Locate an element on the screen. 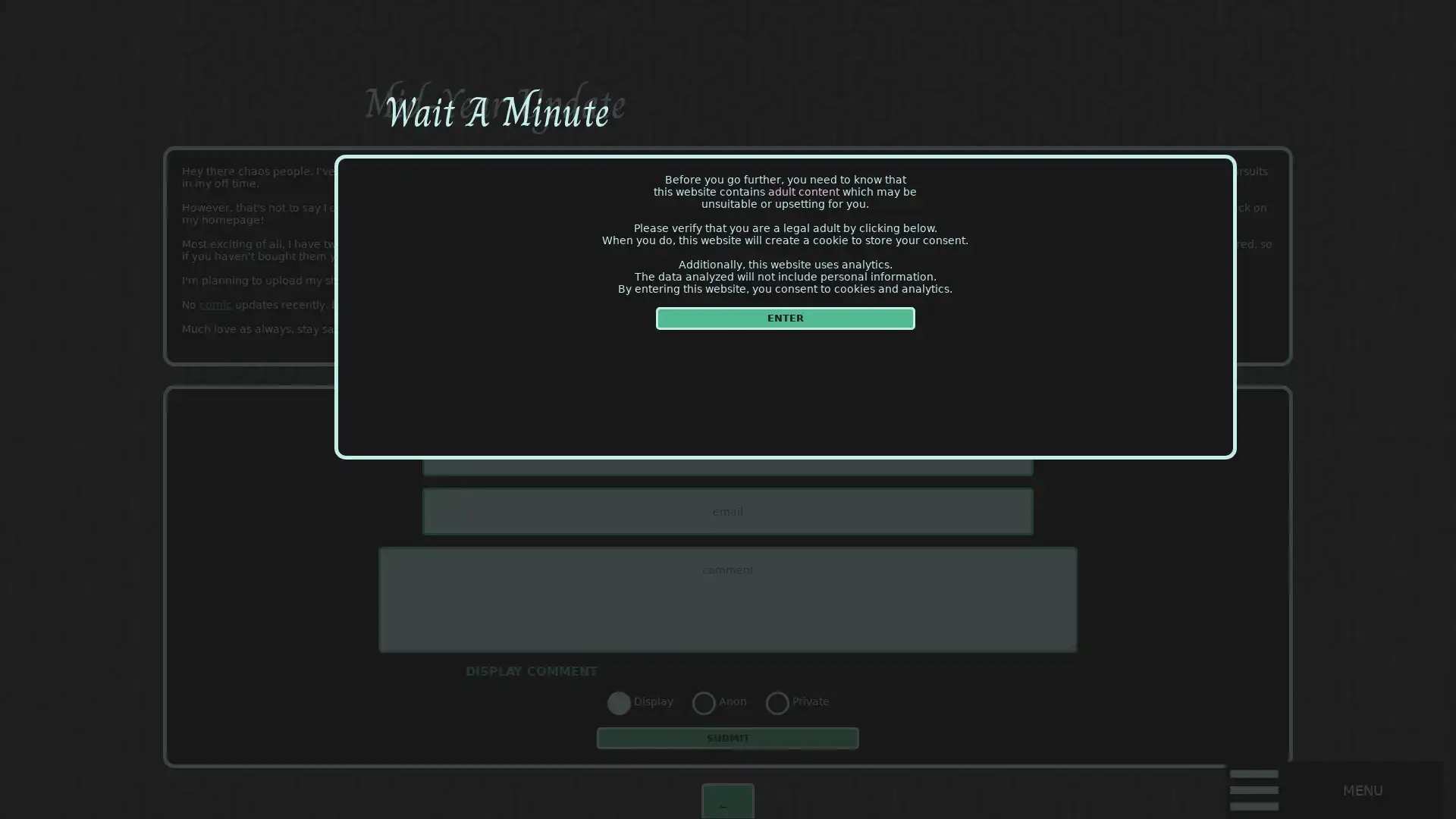 Image resolution: width=1456 pixels, height=819 pixels. ENTER is located at coordinates (785, 317).